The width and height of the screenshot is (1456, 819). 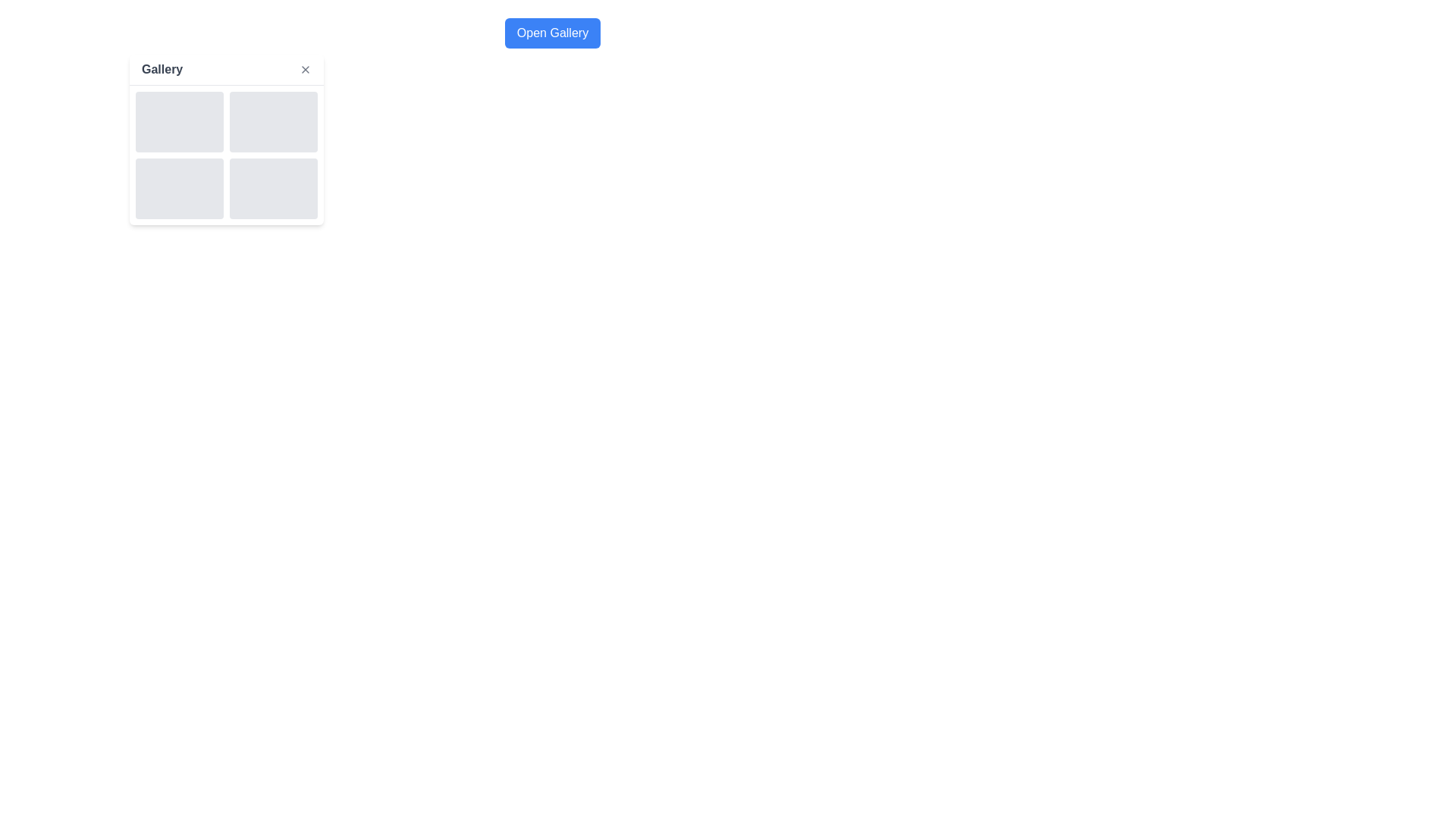 What do you see at coordinates (273, 121) in the screenshot?
I see `the light gray rectangular Placeholder block with rounded corners located in the top-right position of a 2x2 grid layout` at bounding box center [273, 121].